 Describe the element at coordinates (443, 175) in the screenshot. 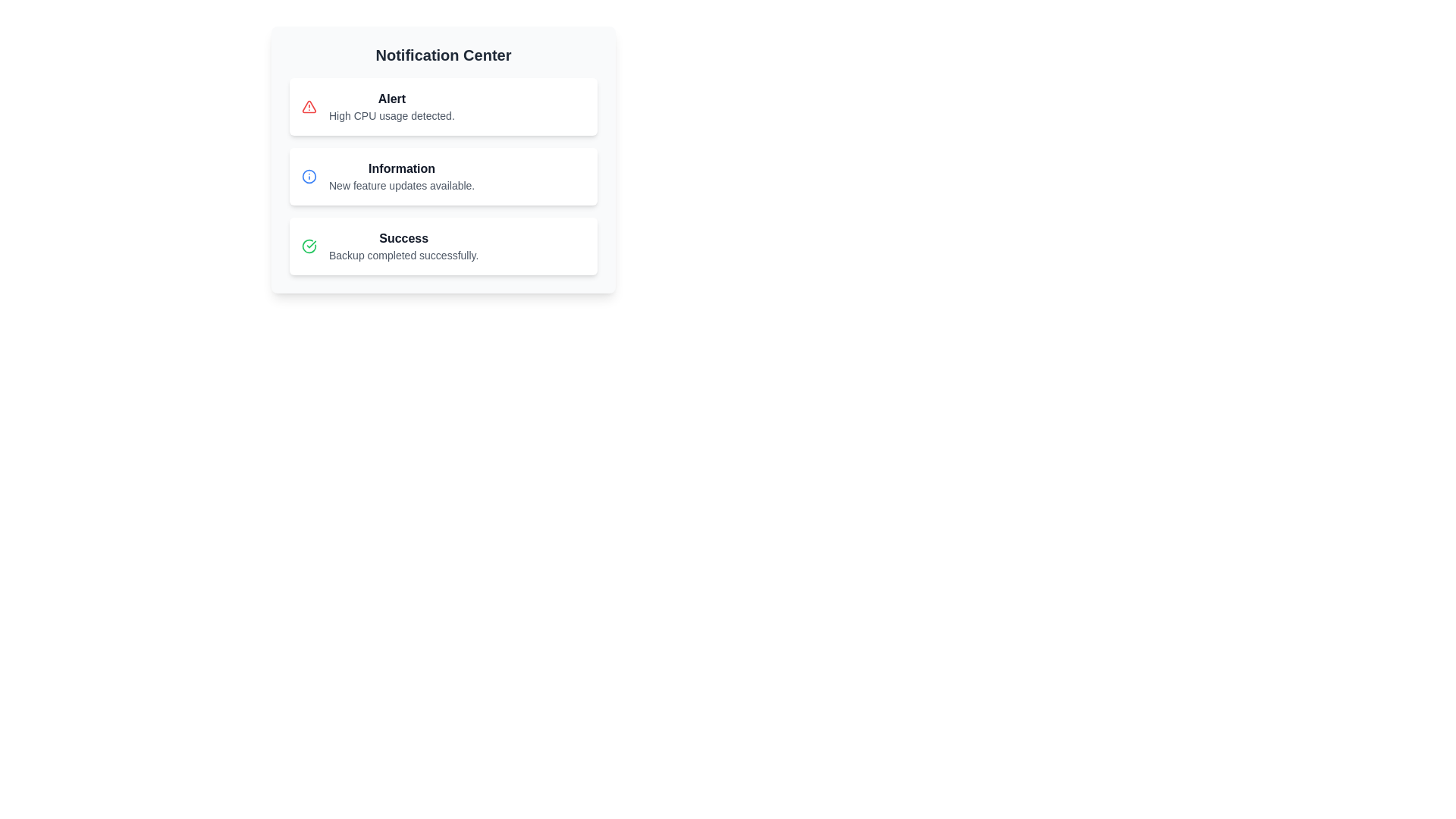

I see `the Notification card that communicates updates about new features, which is the second card in a vertical list of three cards in the notification area` at that location.